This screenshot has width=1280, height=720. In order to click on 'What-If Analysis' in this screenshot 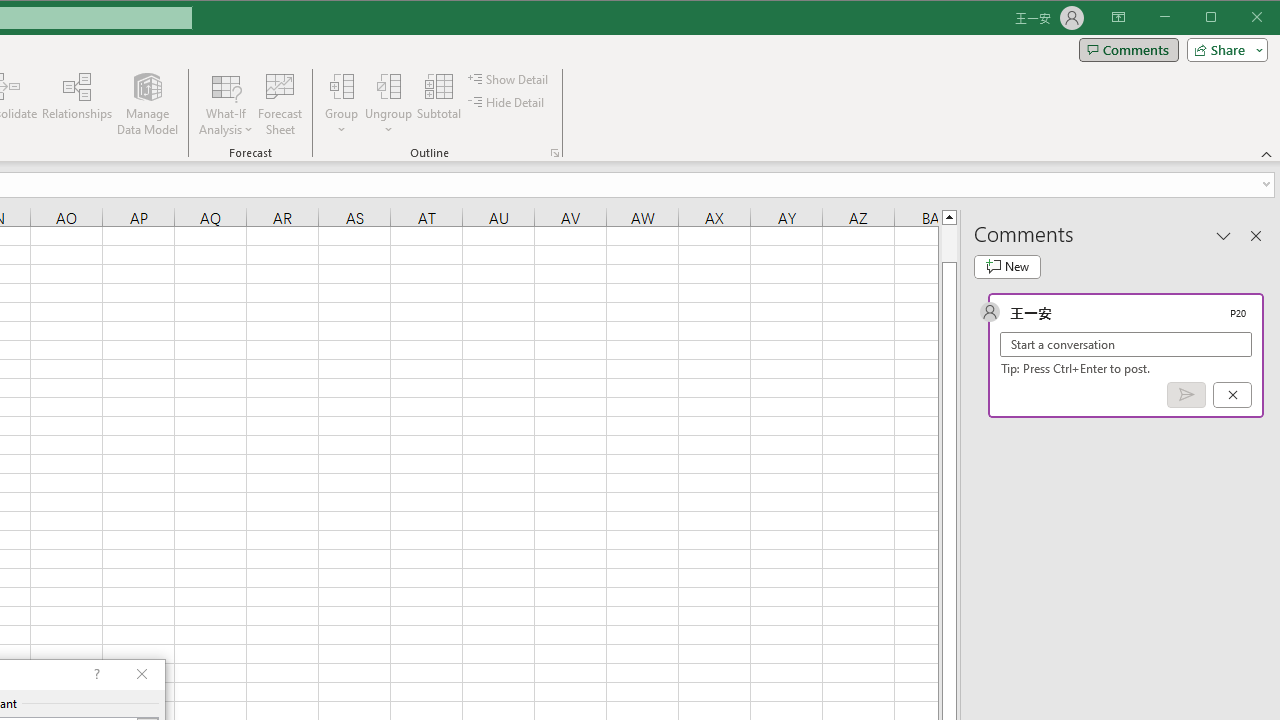, I will do `click(226, 104)`.